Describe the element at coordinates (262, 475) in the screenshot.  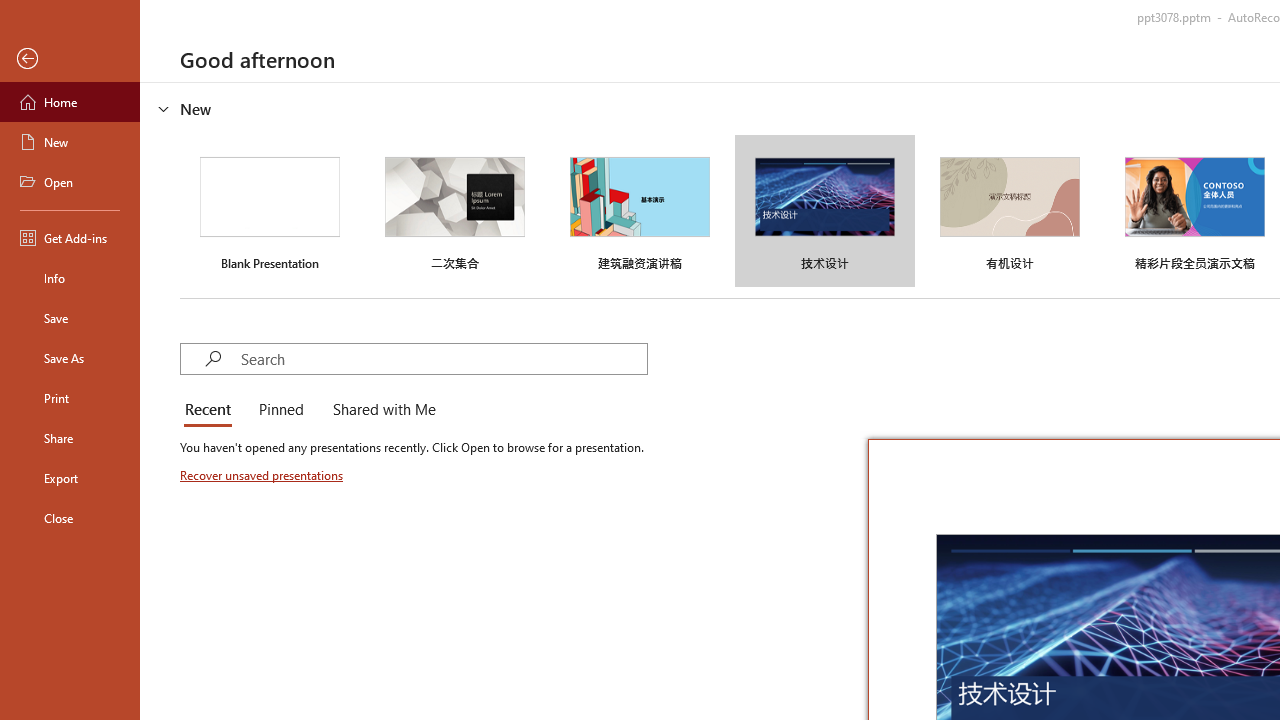
I see `'Recover unsaved presentations'` at that location.